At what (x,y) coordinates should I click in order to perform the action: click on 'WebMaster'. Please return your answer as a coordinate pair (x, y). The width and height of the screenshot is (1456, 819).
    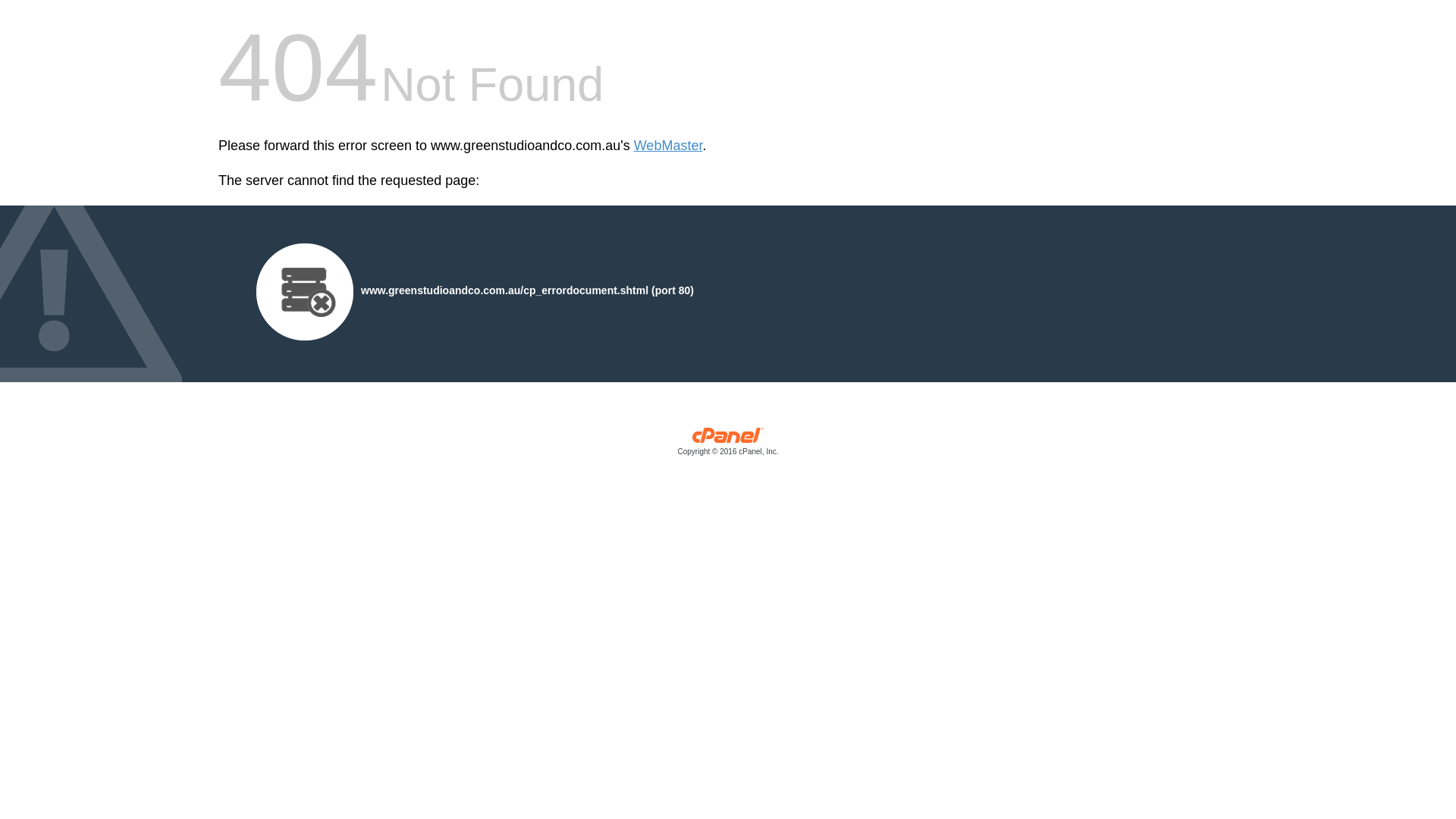
    Looking at the image, I should click on (667, 146).